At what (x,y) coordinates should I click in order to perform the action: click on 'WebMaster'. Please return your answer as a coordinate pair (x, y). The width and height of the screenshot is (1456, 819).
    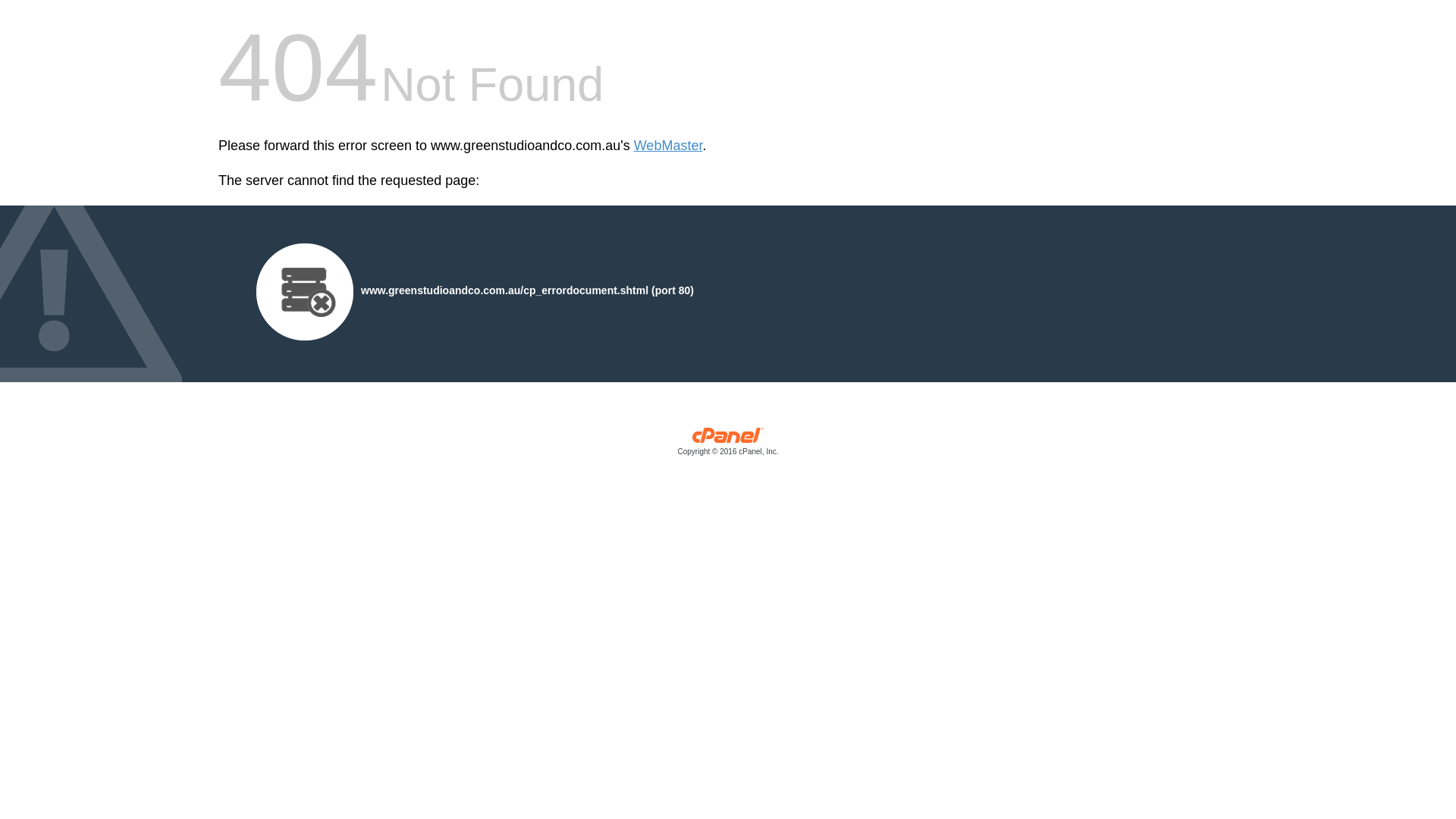
    Looking at the image, I should click on (667, 146).